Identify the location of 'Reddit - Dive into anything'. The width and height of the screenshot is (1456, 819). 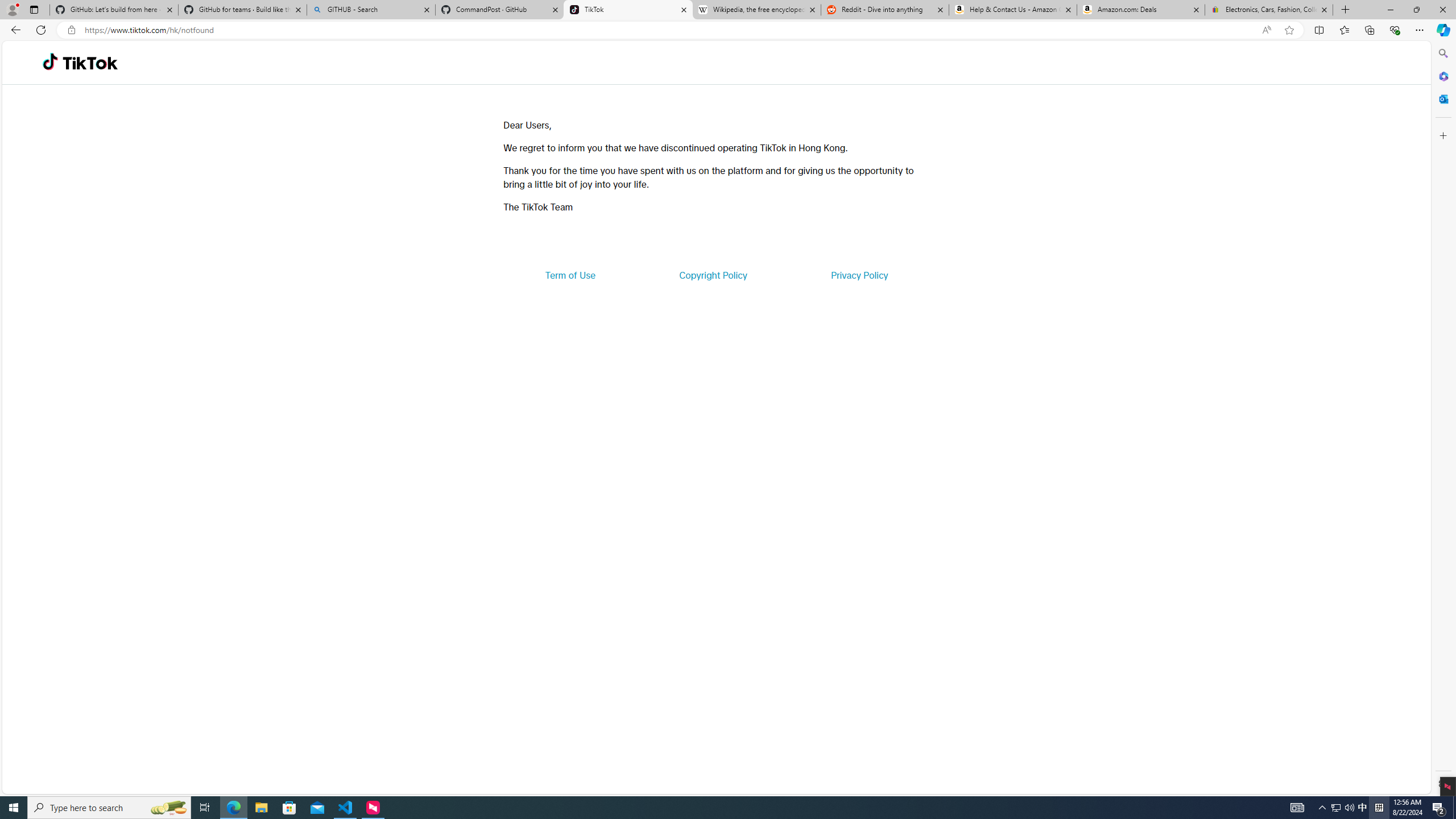
(885, 9).